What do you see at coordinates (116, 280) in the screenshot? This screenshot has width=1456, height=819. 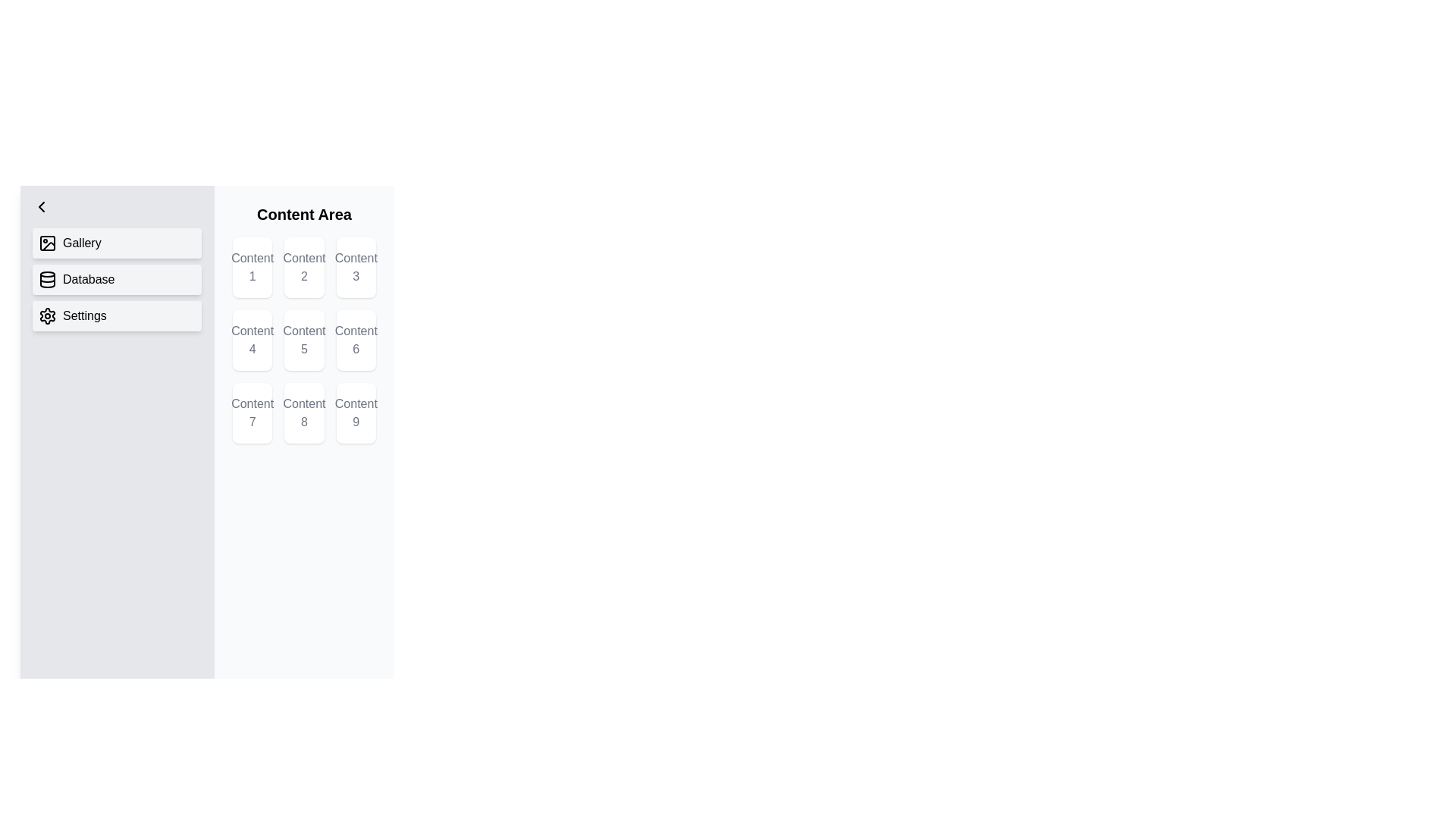 I see `the 'Database' menu item in the sidebar` at bounding box center [116, 280].